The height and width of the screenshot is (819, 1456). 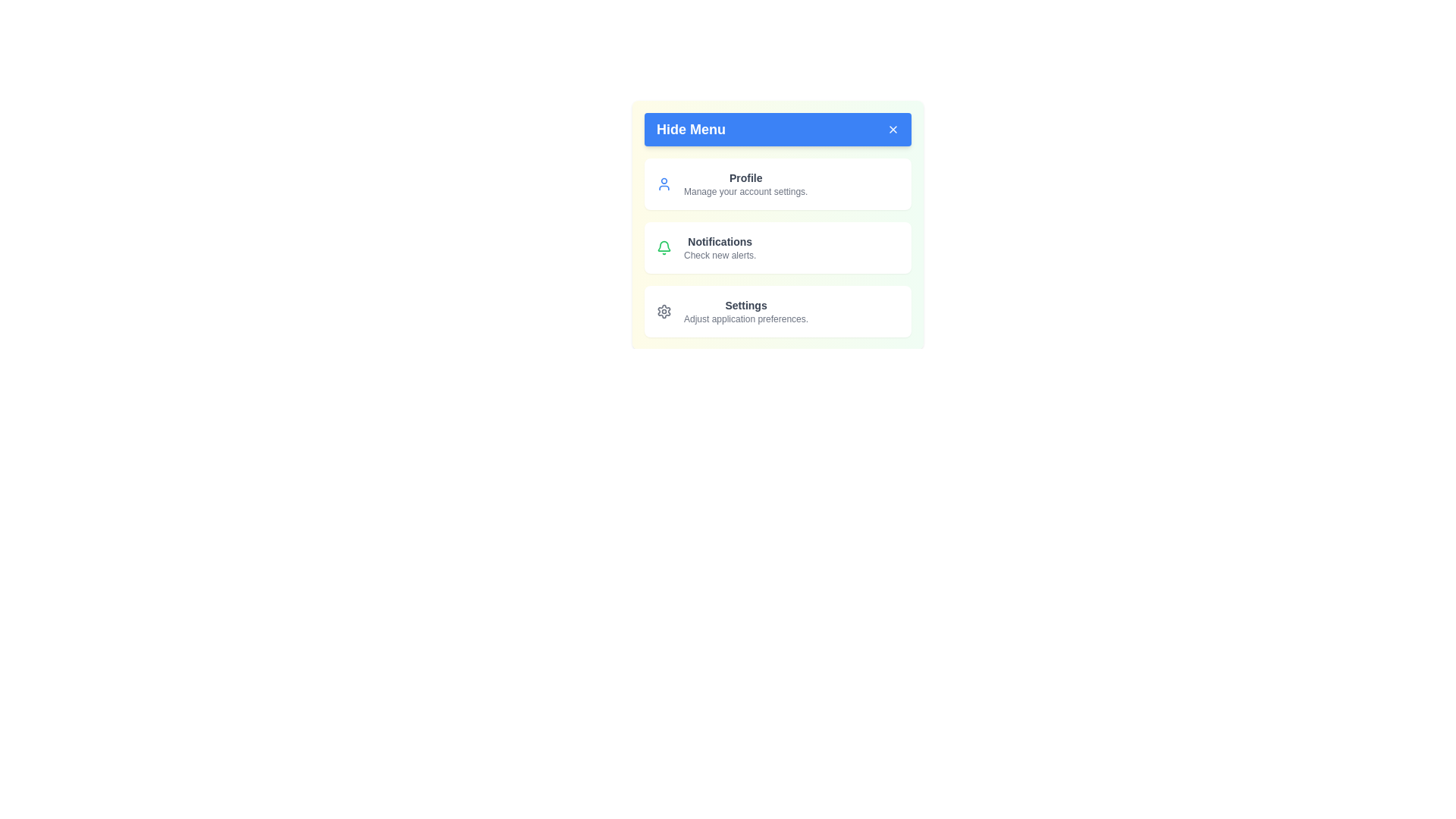 I want to click on the menu item Profile from the menu, so click(x=778, y=184).